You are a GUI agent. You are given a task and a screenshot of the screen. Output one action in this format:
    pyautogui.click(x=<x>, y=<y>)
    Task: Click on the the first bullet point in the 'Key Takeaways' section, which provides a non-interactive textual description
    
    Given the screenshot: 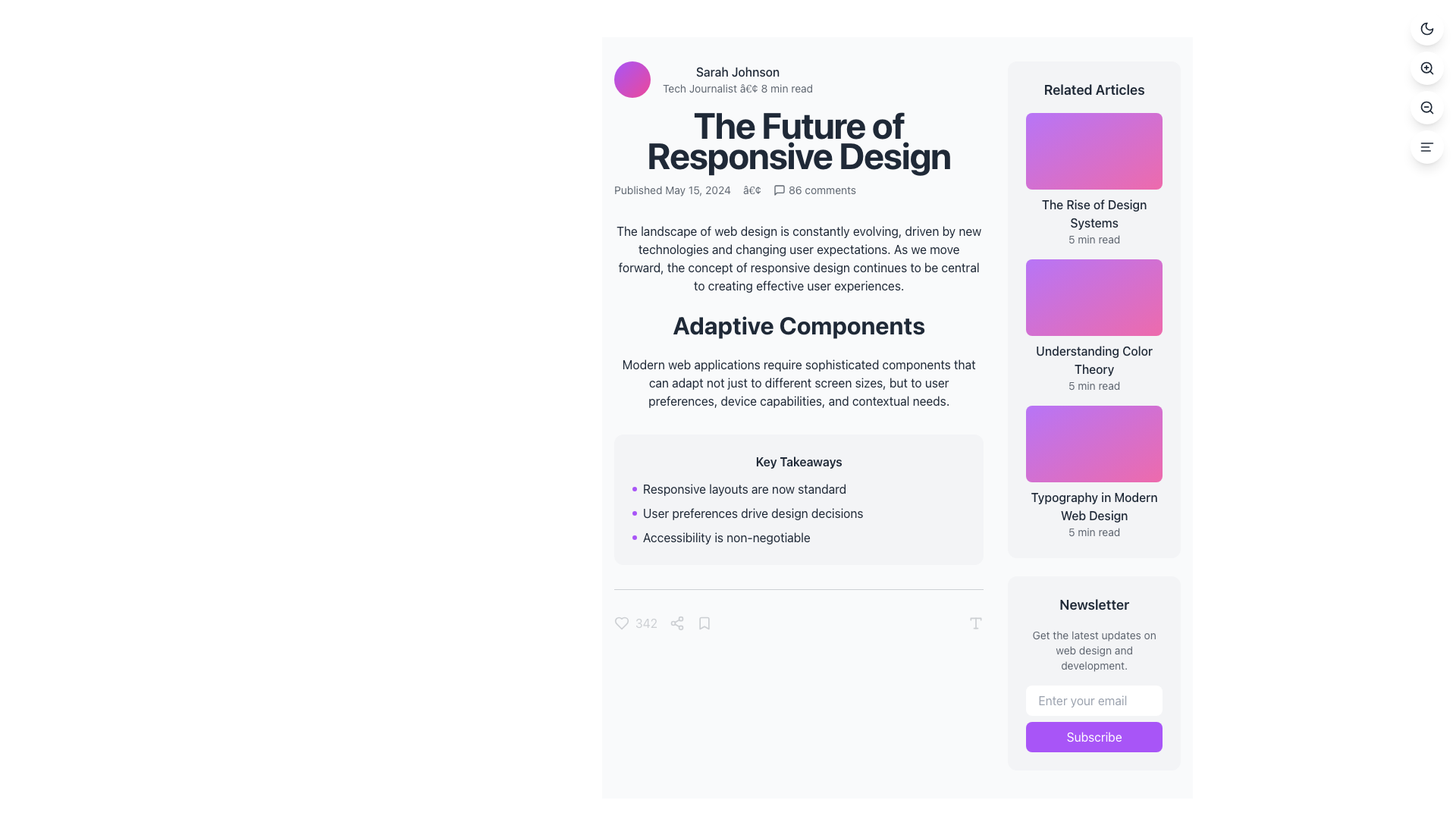 What is the action you would take?
    pyautogui.click(x=745, y=488)
    